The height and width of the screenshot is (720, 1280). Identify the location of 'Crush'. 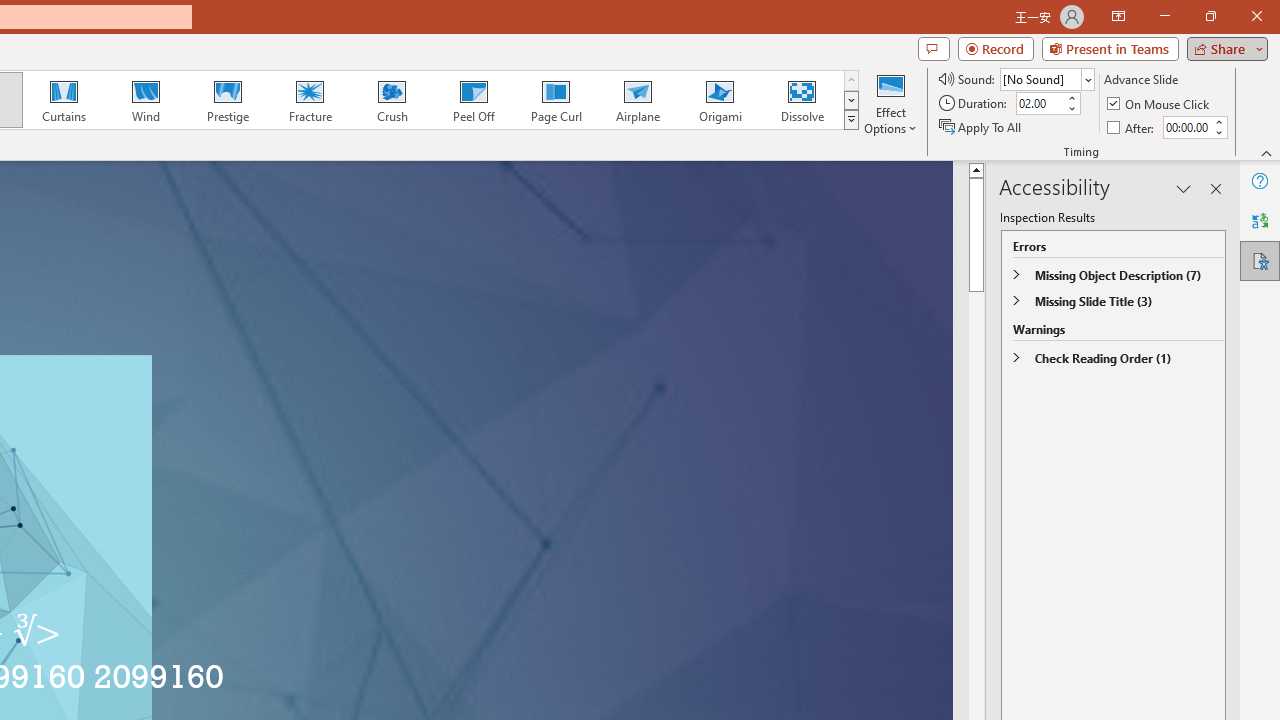
(391, 100).